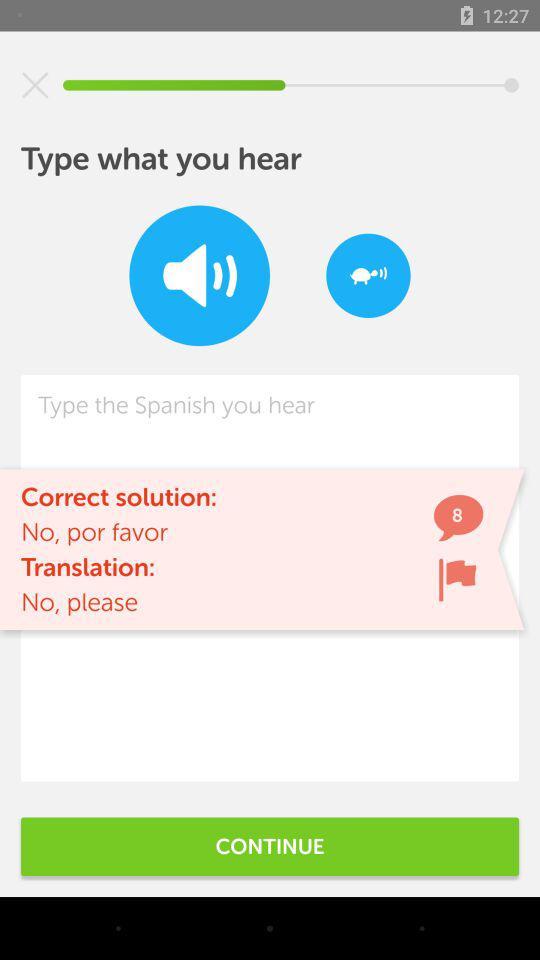  I want to click on stop playing, so click(35, 85).